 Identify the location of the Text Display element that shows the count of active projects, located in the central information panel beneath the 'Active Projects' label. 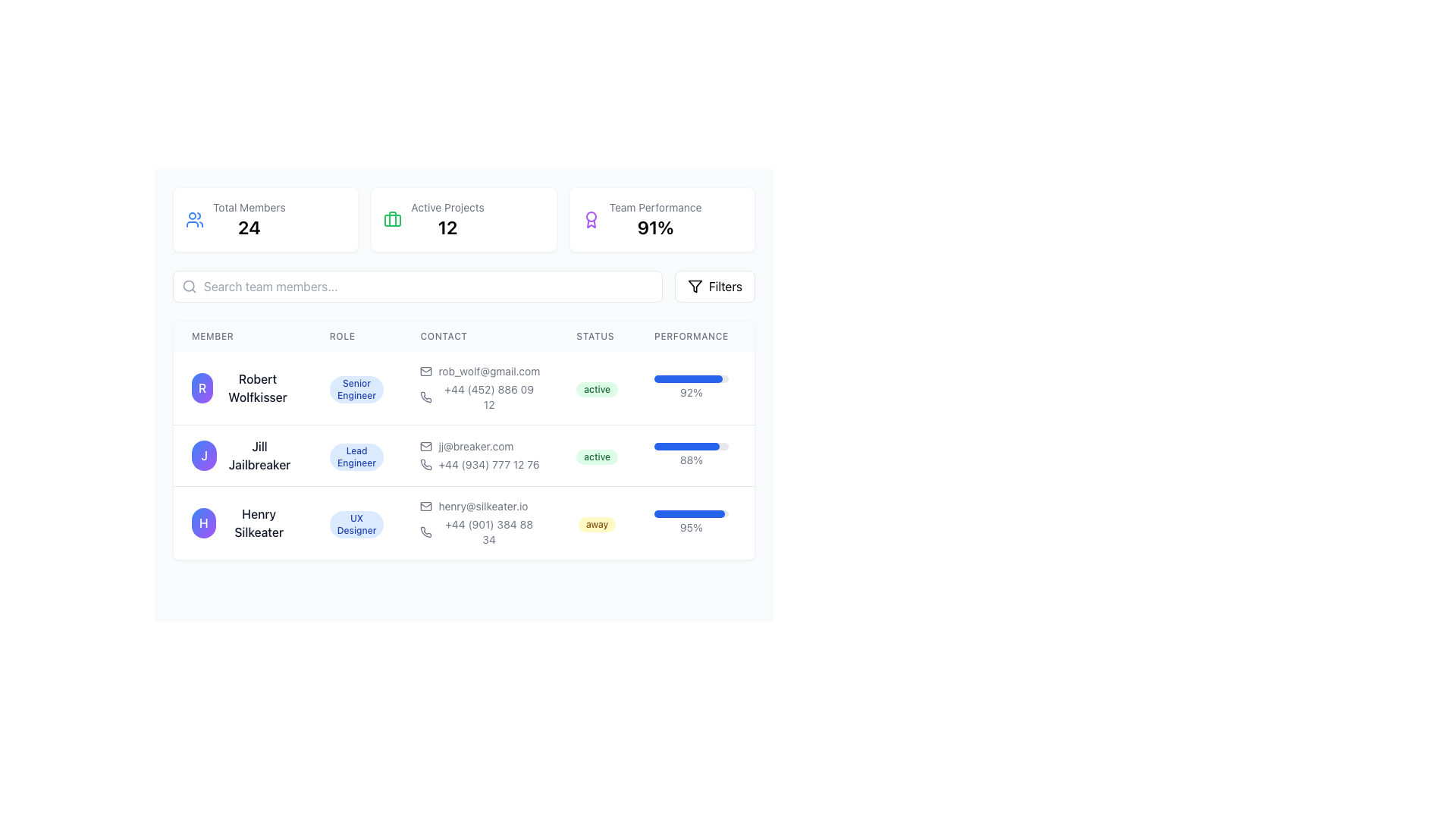
(447, 227).